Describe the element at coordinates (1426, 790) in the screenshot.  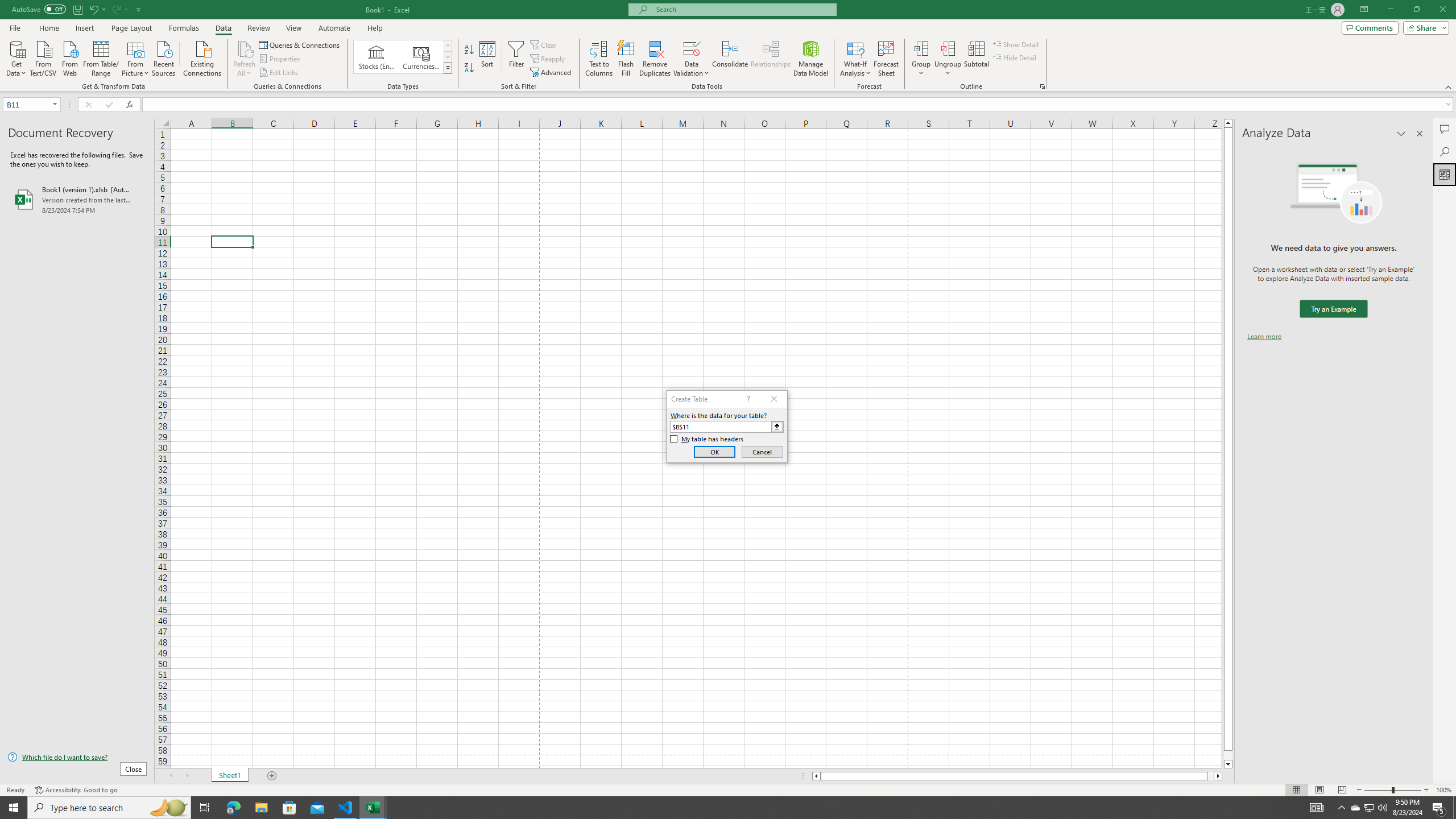
I see `'Zoom In'` at that location.